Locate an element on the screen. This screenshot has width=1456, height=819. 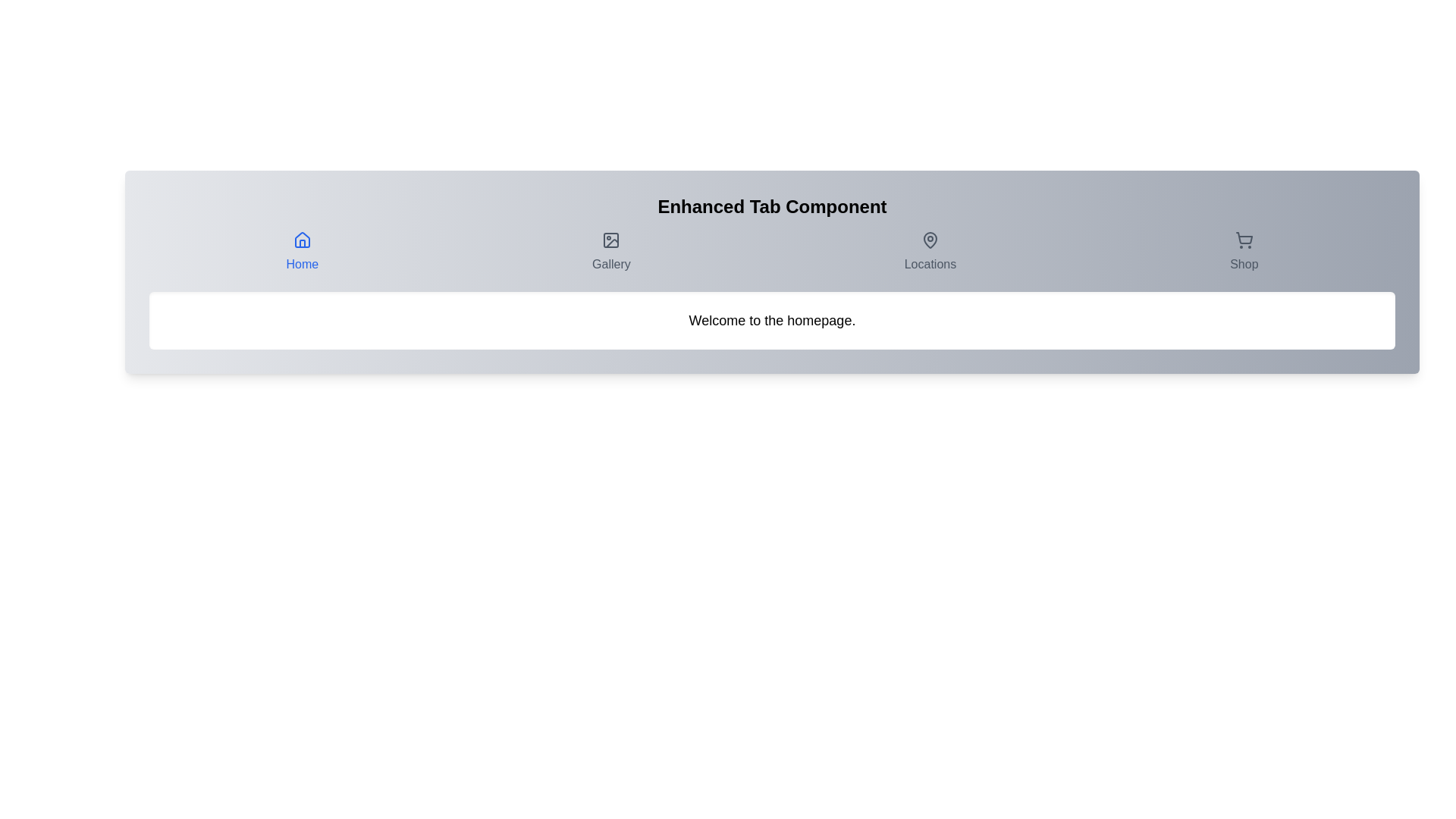
the static text label that describes the 'Gallery' navigation option, located in the top navigation bar below the image icon is located at coordinates (611, 263).